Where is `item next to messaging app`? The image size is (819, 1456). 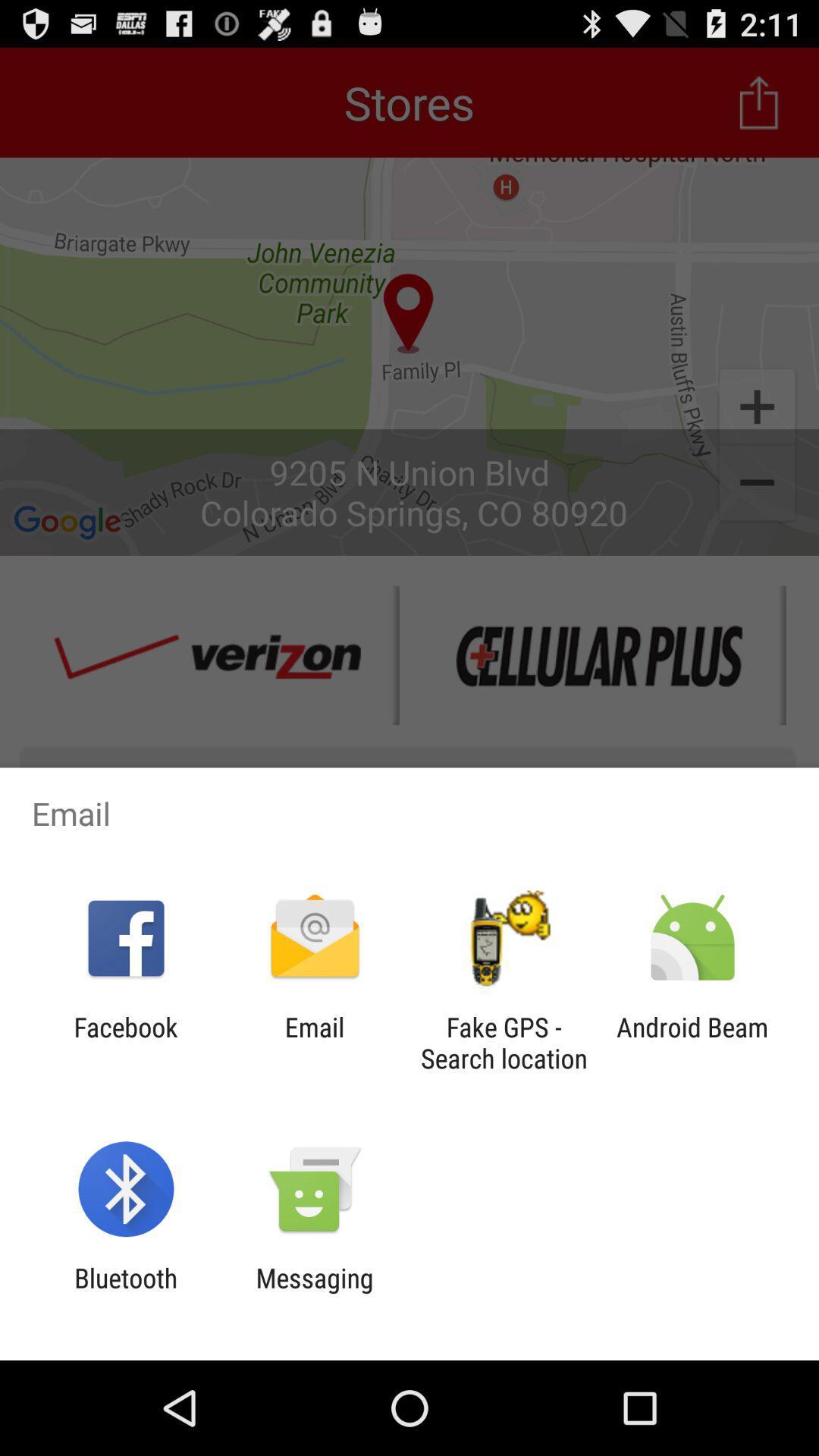 item next to messaging app is located at coordinates (125, 1293).